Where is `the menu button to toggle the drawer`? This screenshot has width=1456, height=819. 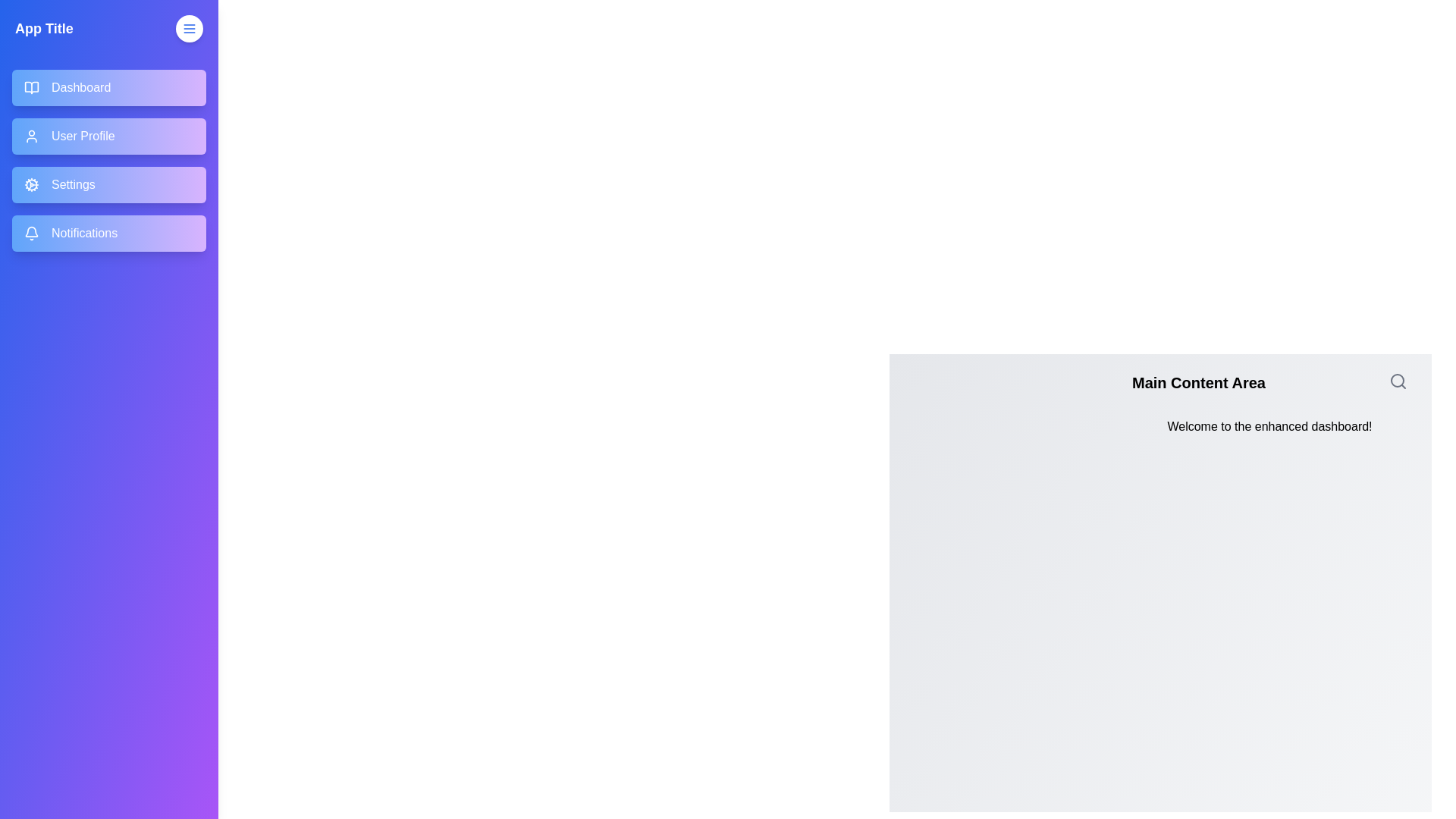 the menu button to toggle the drawer is located at coordinates (188, 29).